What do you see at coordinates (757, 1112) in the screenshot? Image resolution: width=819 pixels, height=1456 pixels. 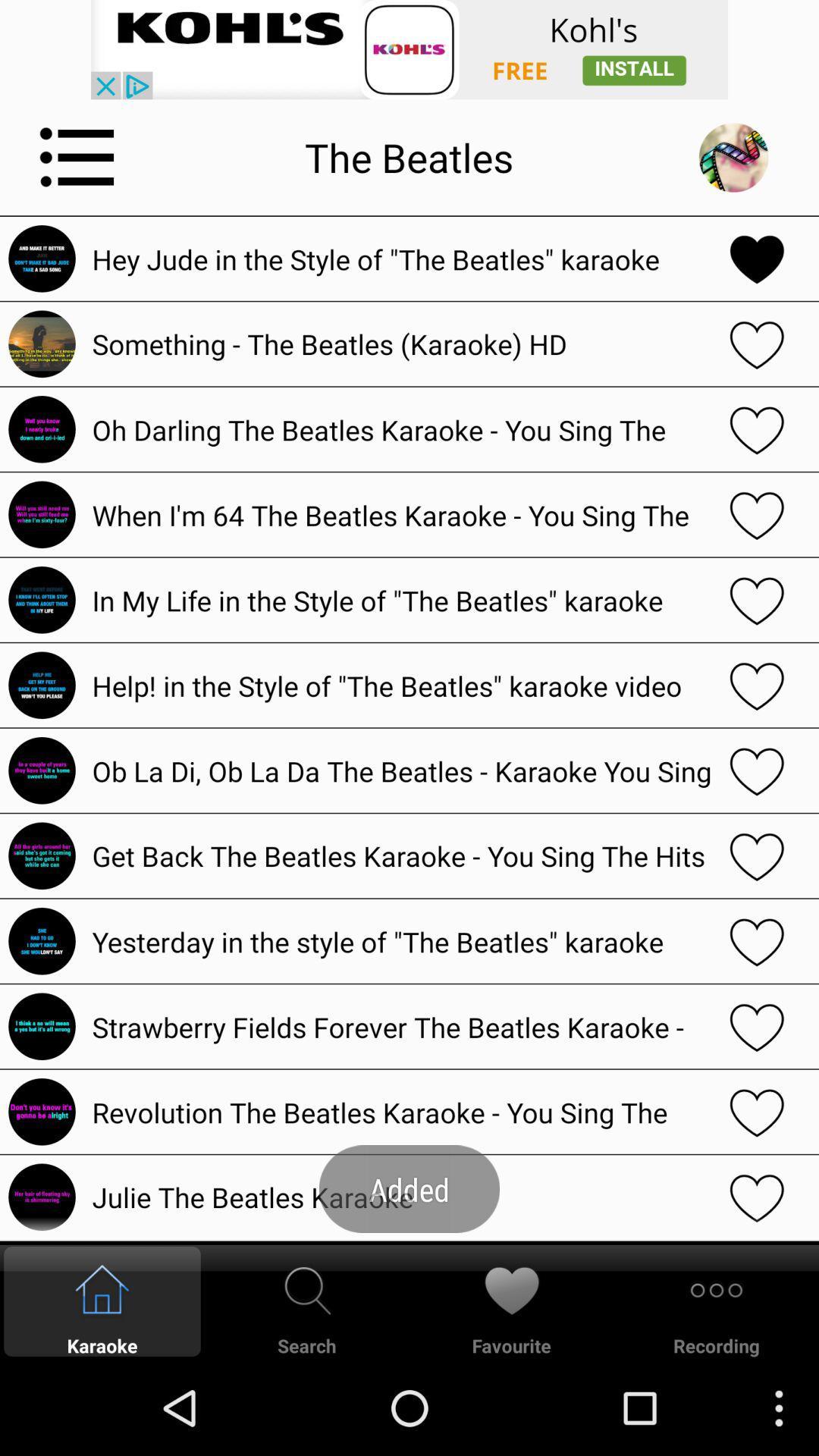 I see `to favorites` at bounding box center [757, 1112].